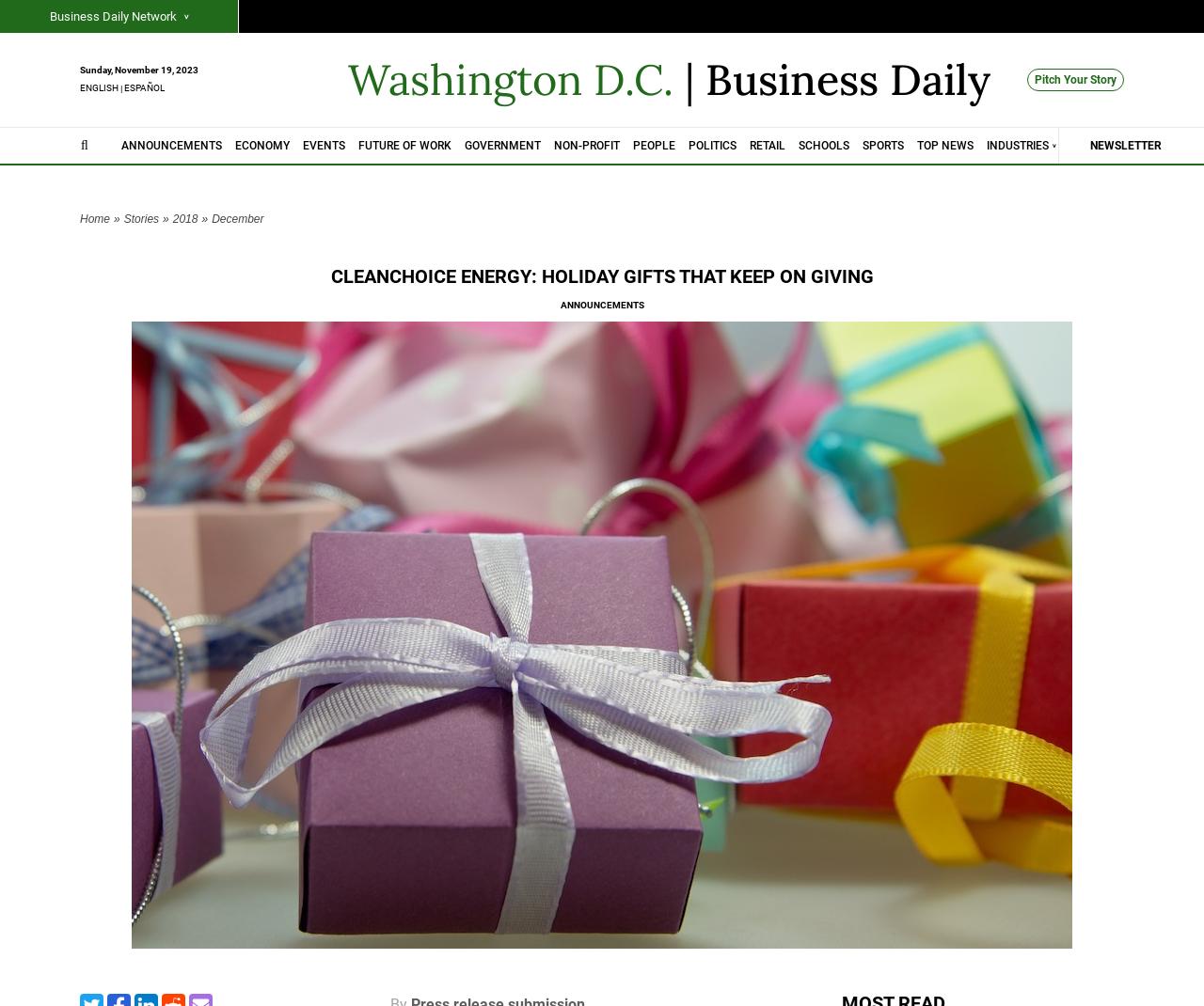  I want to click on 'POLITICS', so click(710, 144).